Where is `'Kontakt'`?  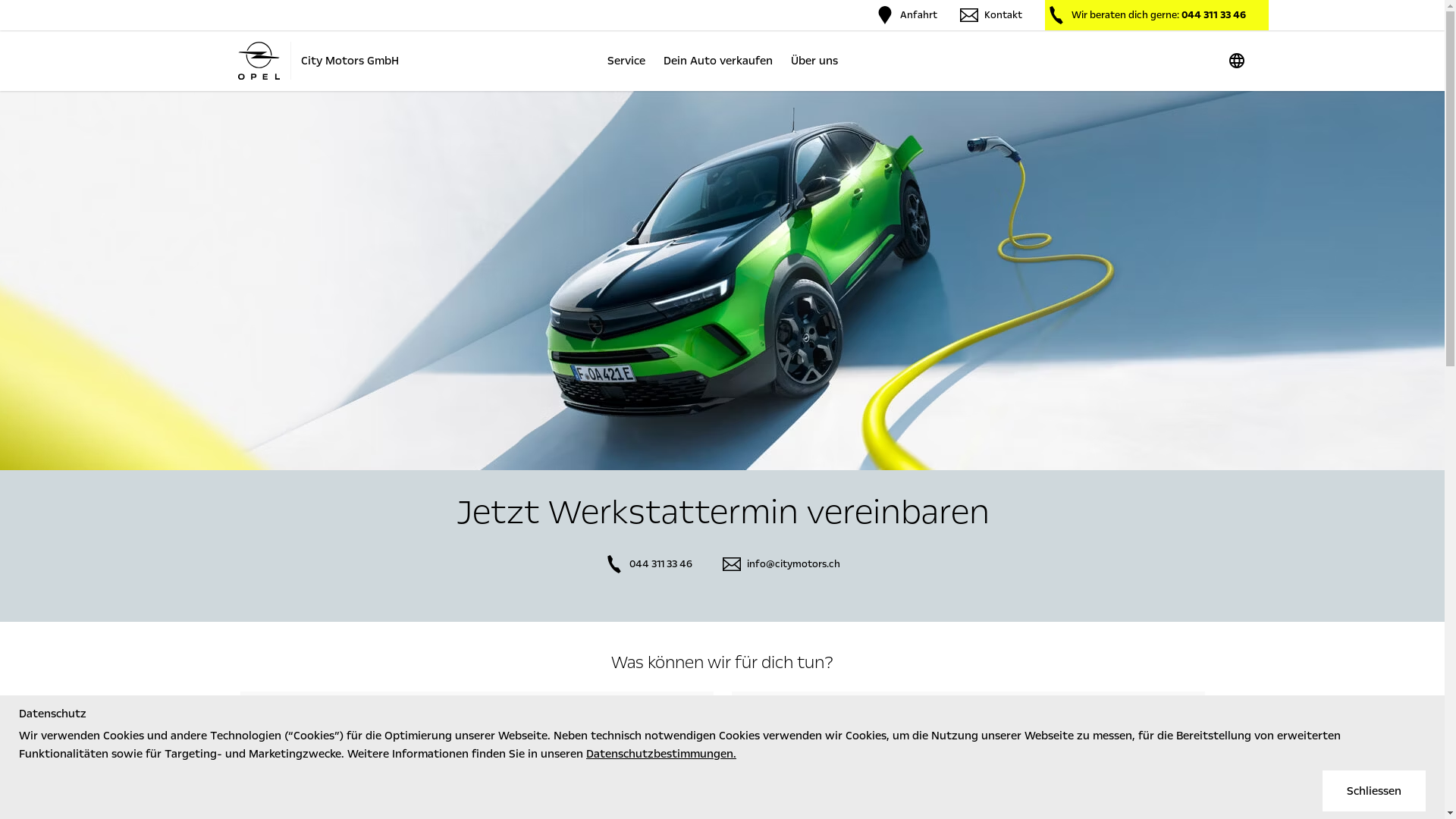 'Kontakt' is located at coordinates (990, 14).